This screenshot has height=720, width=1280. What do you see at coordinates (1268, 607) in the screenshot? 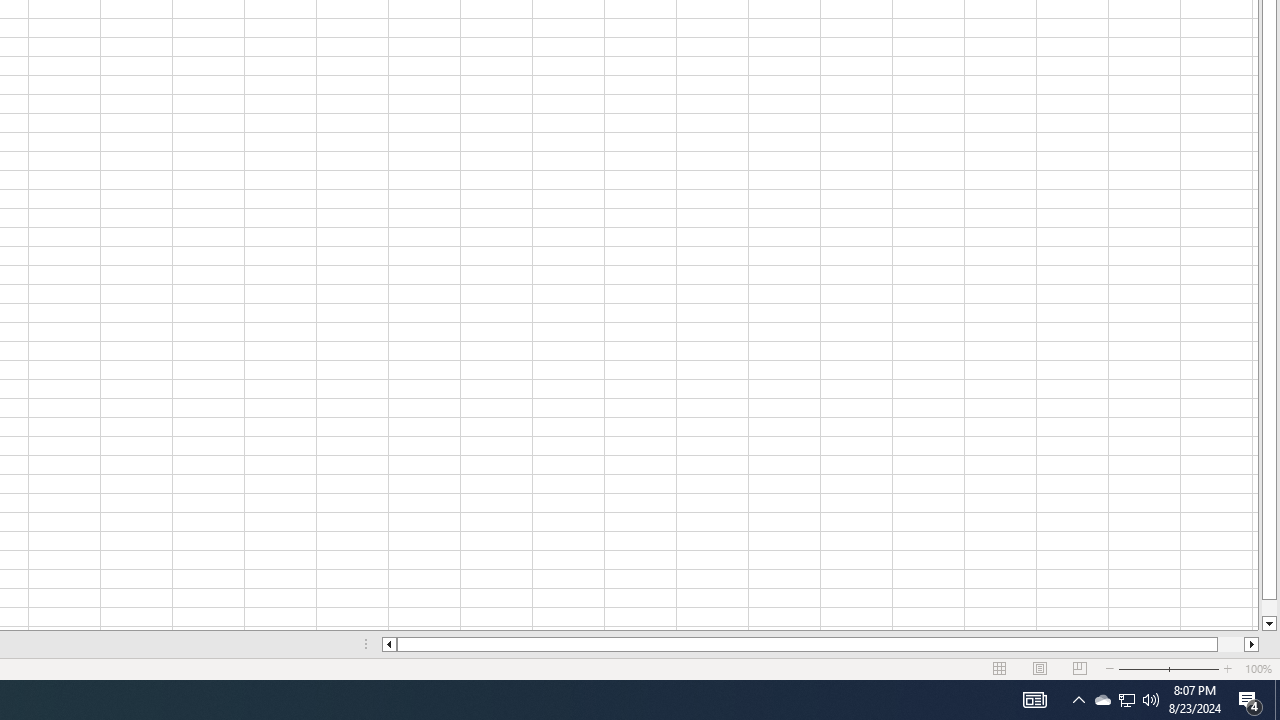
I see `'Page down'` at bounding box center [1268, 607].